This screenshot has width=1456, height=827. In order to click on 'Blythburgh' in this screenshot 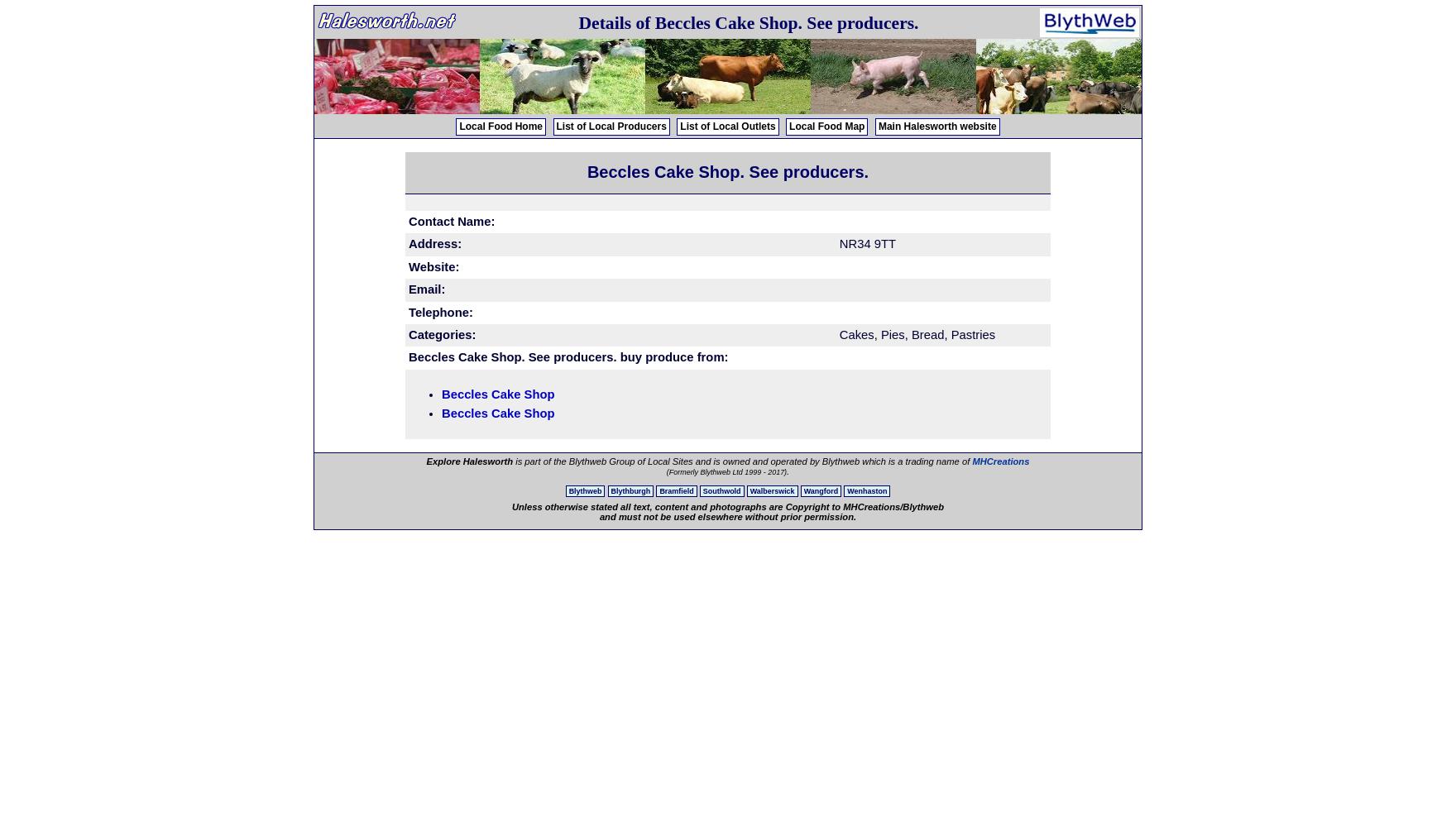, I will do `click(630, 490)`.